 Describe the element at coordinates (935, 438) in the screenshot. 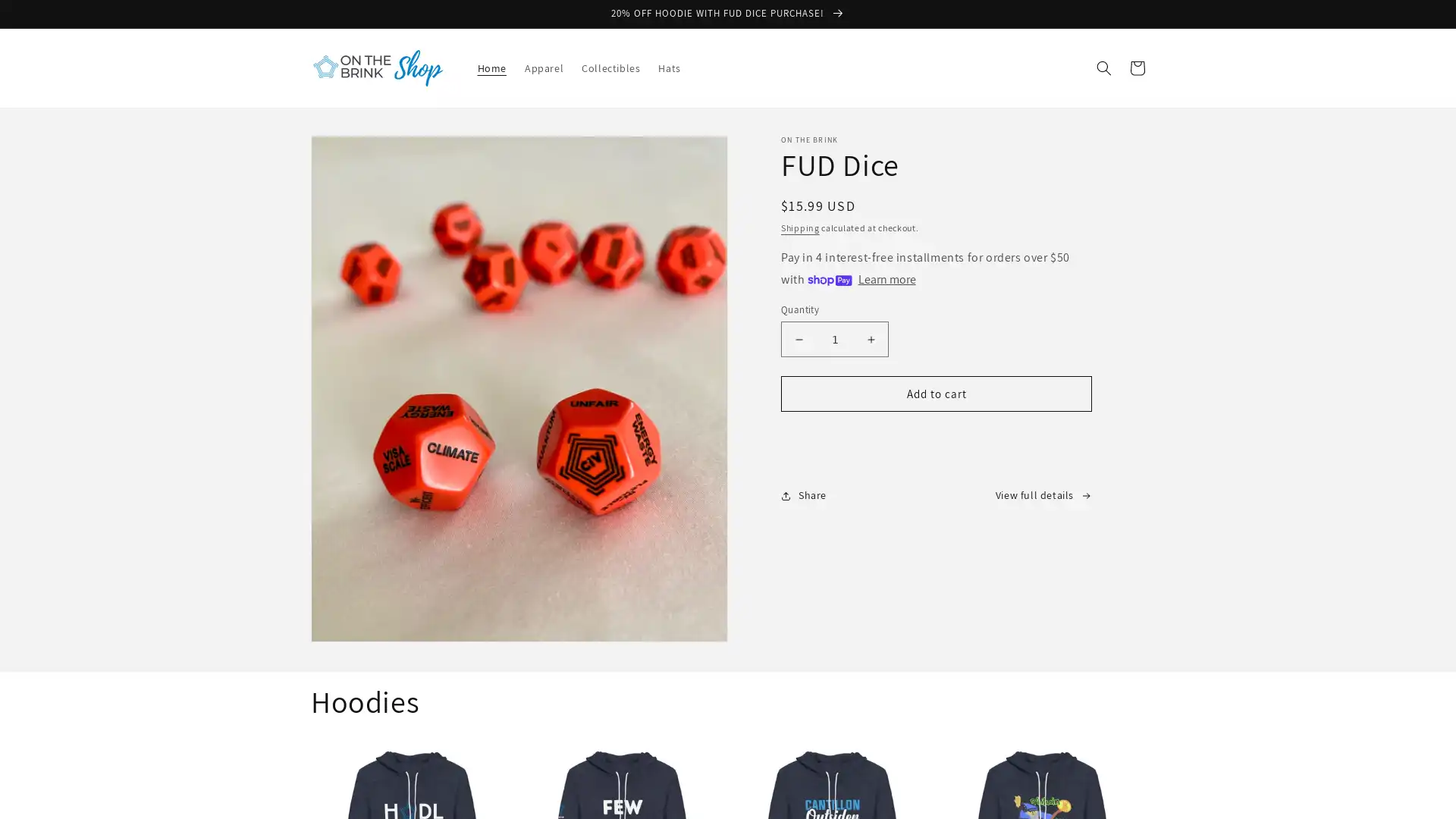

I see `Buy it now` at that location.